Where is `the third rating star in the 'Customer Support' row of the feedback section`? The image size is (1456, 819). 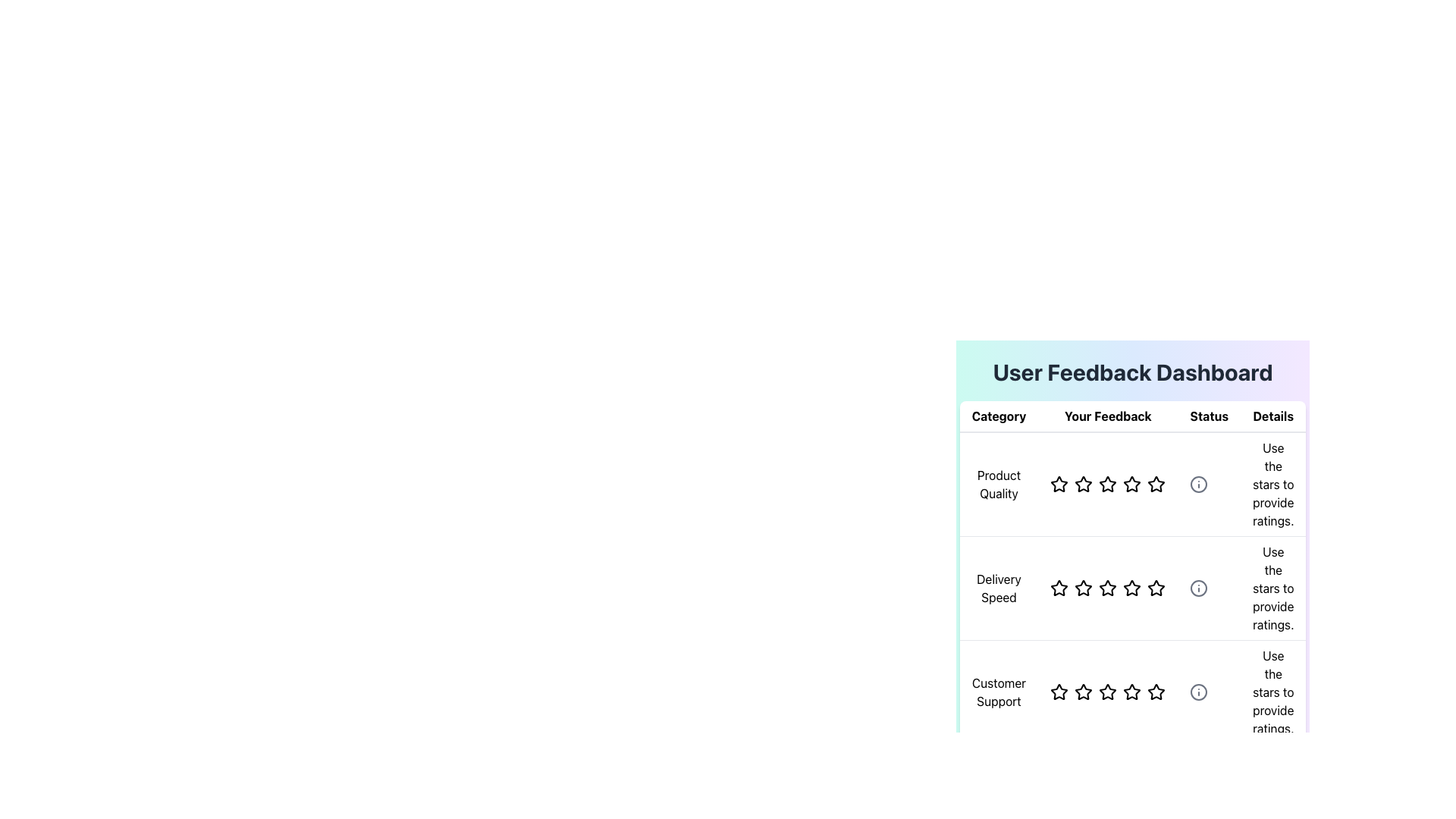
the third rating star in the 'Customer Support' row of the feedback section is located at coordinates (1108, 692).